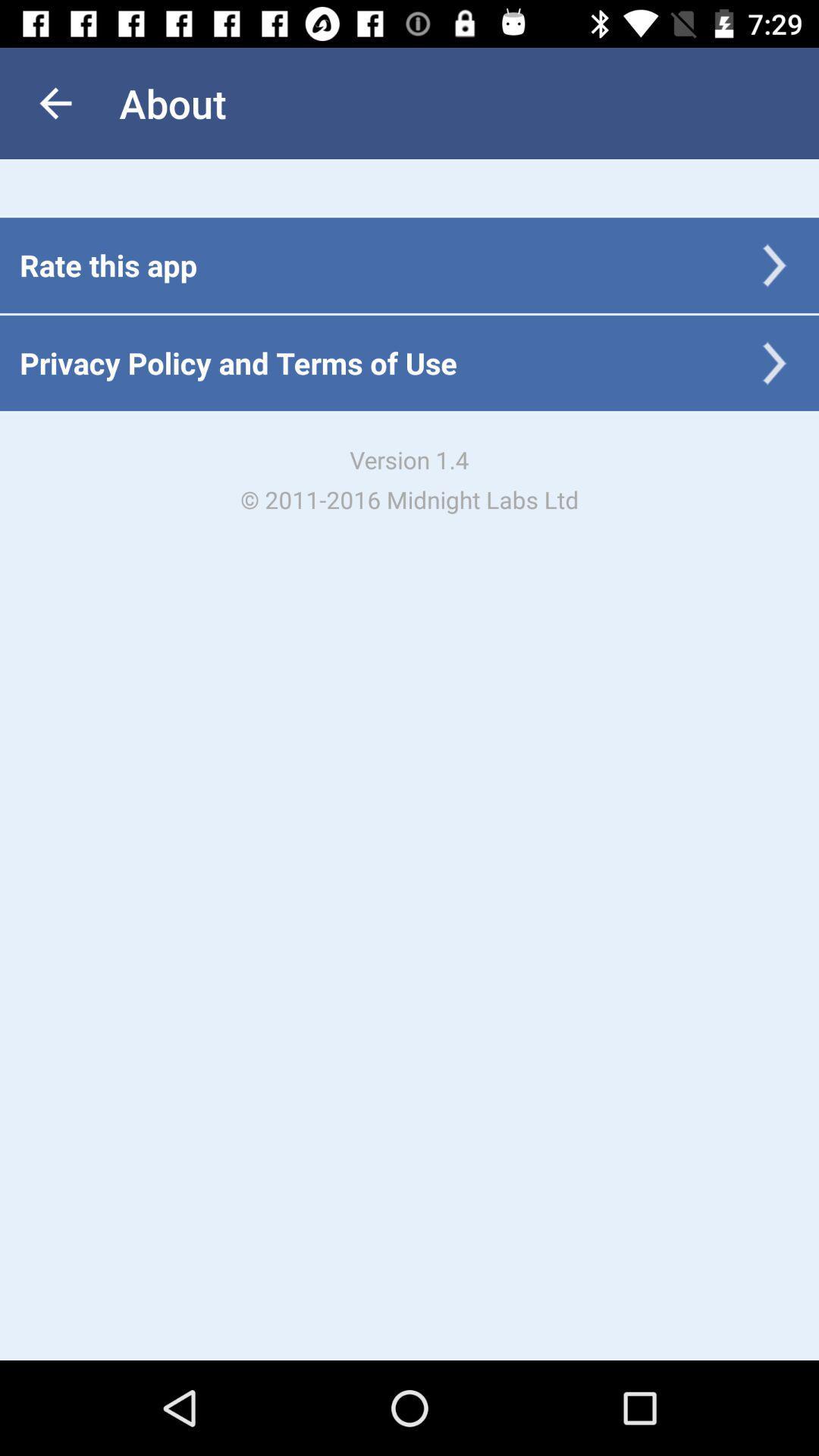 This screenshot has width=819, height=1456. I want to click on the version 1 4 icon, so click(409, 479).